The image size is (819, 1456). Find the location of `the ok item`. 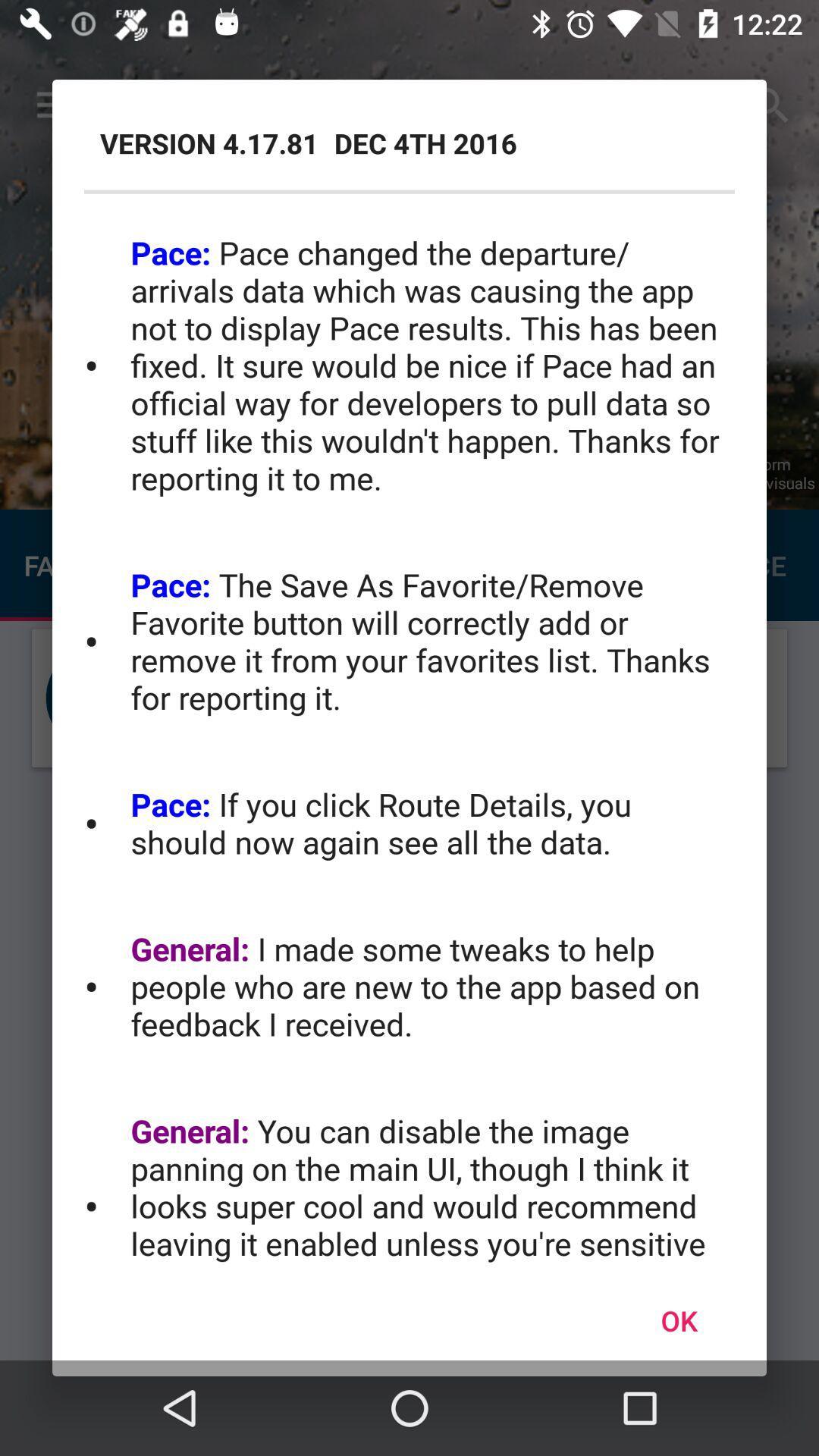

the ok item is located at coordinates (678, 1319).